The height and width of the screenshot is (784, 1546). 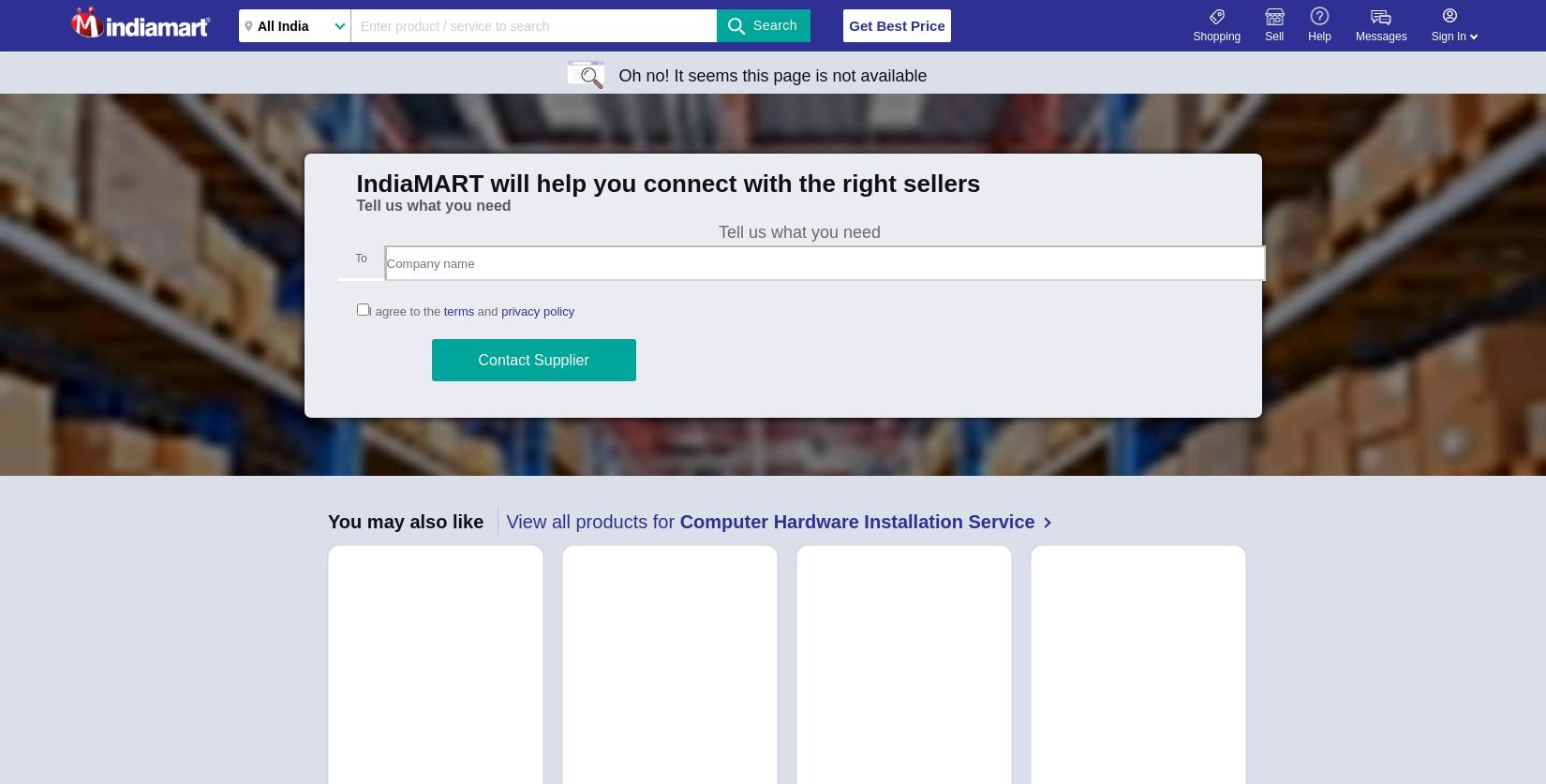 I want to click on 'privacy policy', so click(x=537, y=311).